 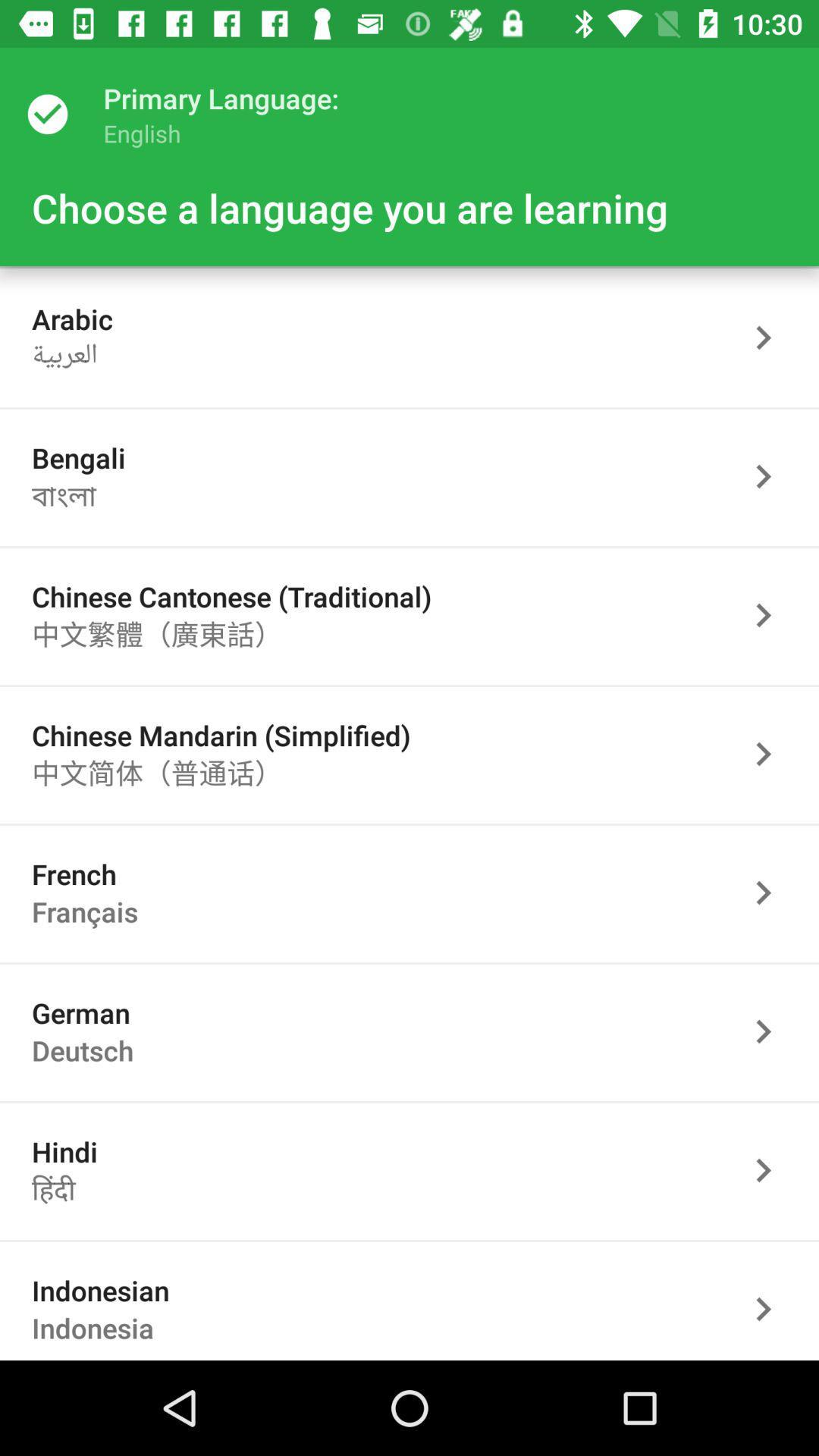 What do you see at coordinates (771, 893) in the screenshot?
I see `choose french language` at bounding box center [771, 893].